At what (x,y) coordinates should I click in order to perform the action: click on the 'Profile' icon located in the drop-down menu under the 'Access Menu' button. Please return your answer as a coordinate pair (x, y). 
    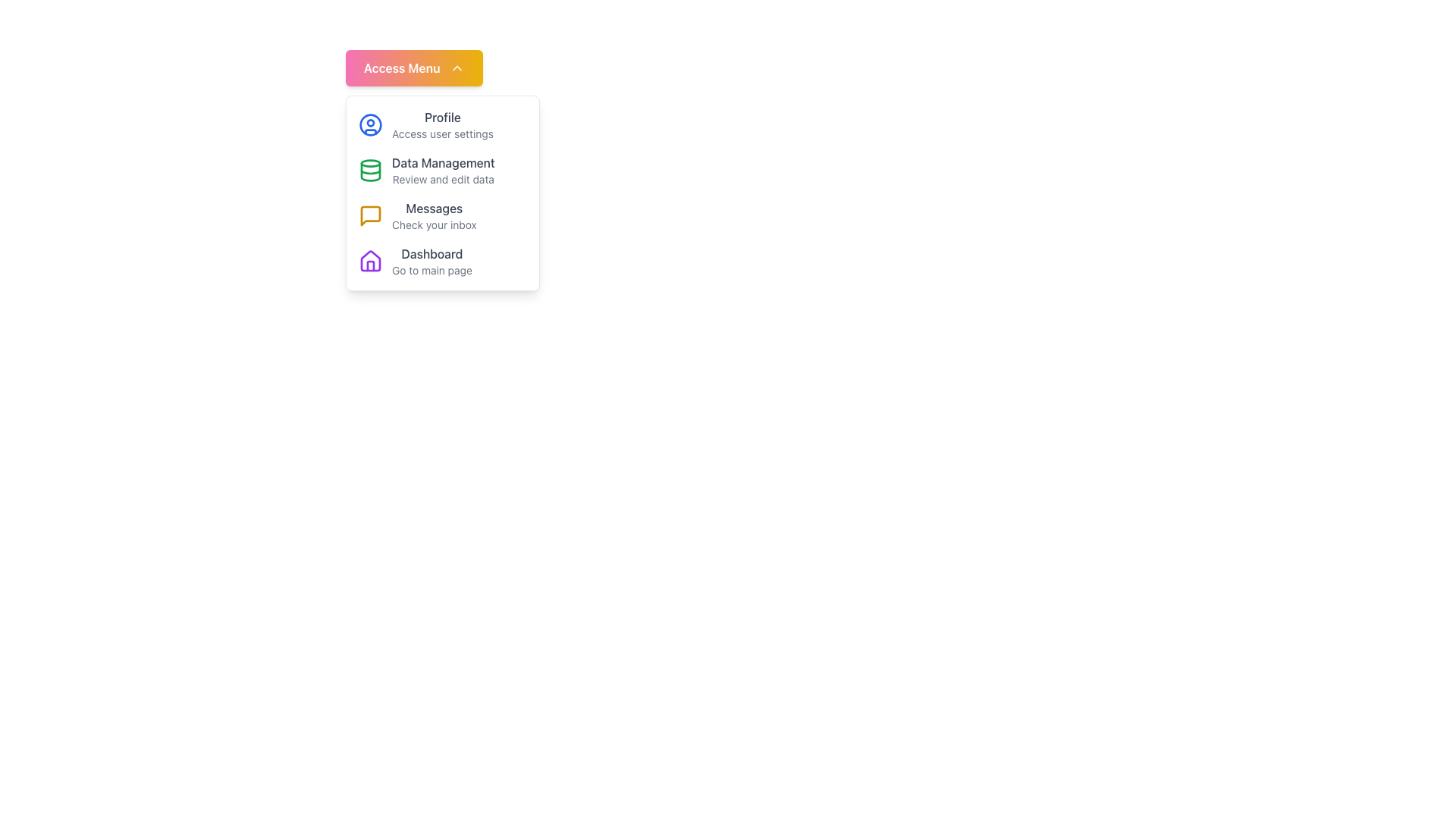
    Looking at the image, I should click on (371, 124).